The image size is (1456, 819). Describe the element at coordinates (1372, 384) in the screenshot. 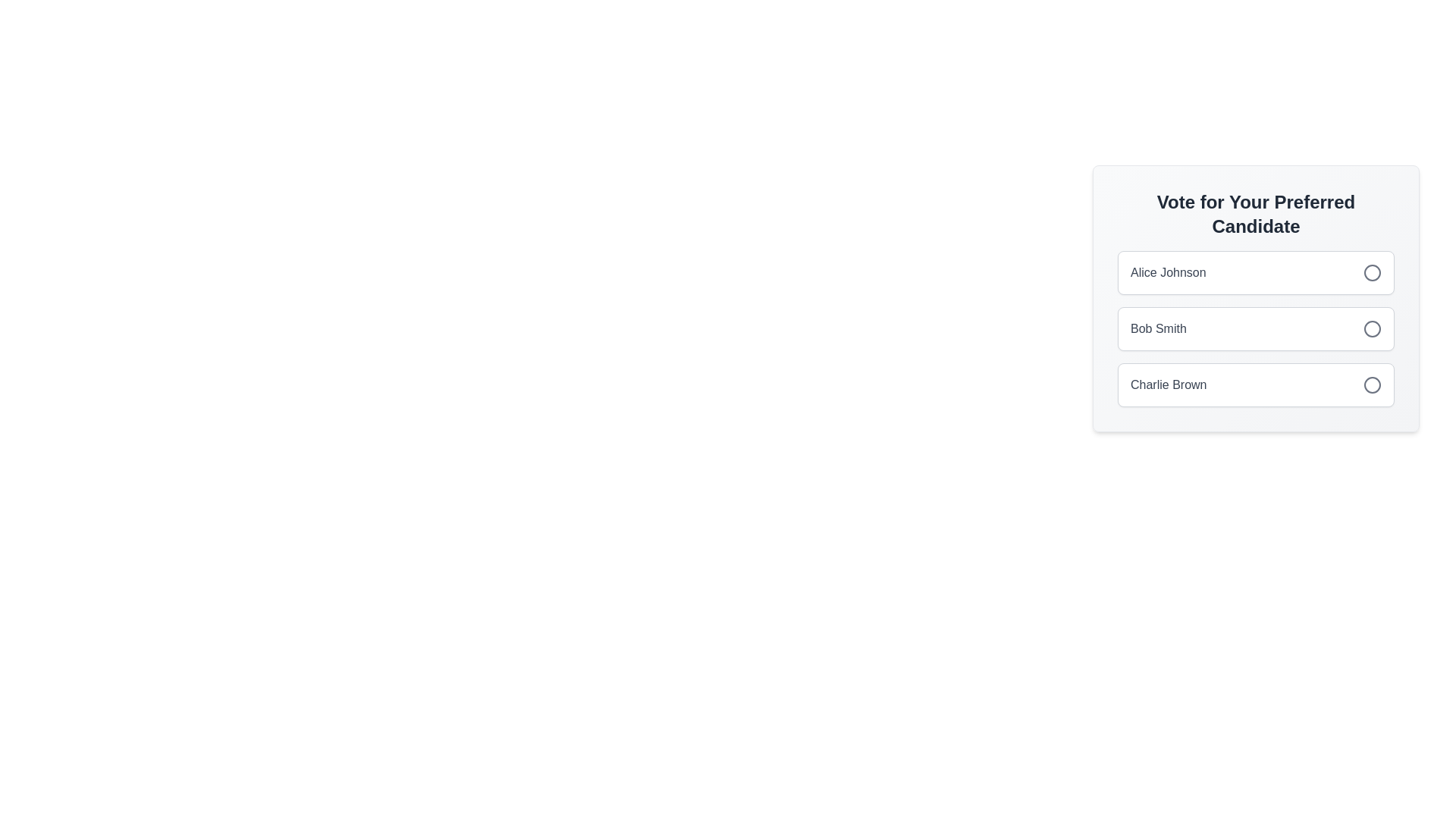

I see `the circular radio button located to the far right of the vertical list, associated with the option 'Charlie Brown'` at that location.